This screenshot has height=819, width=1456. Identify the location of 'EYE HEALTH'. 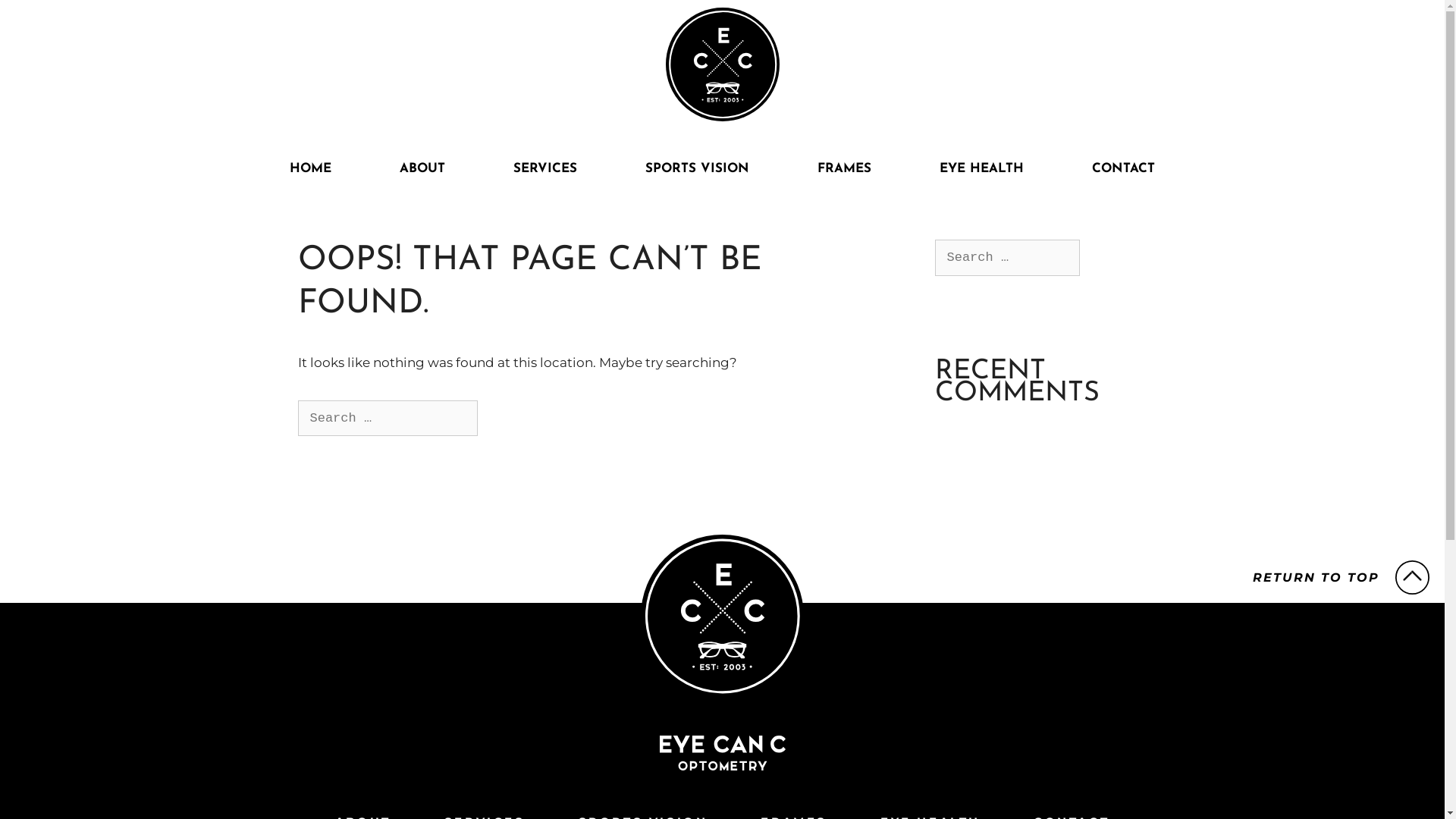
(981, 169).